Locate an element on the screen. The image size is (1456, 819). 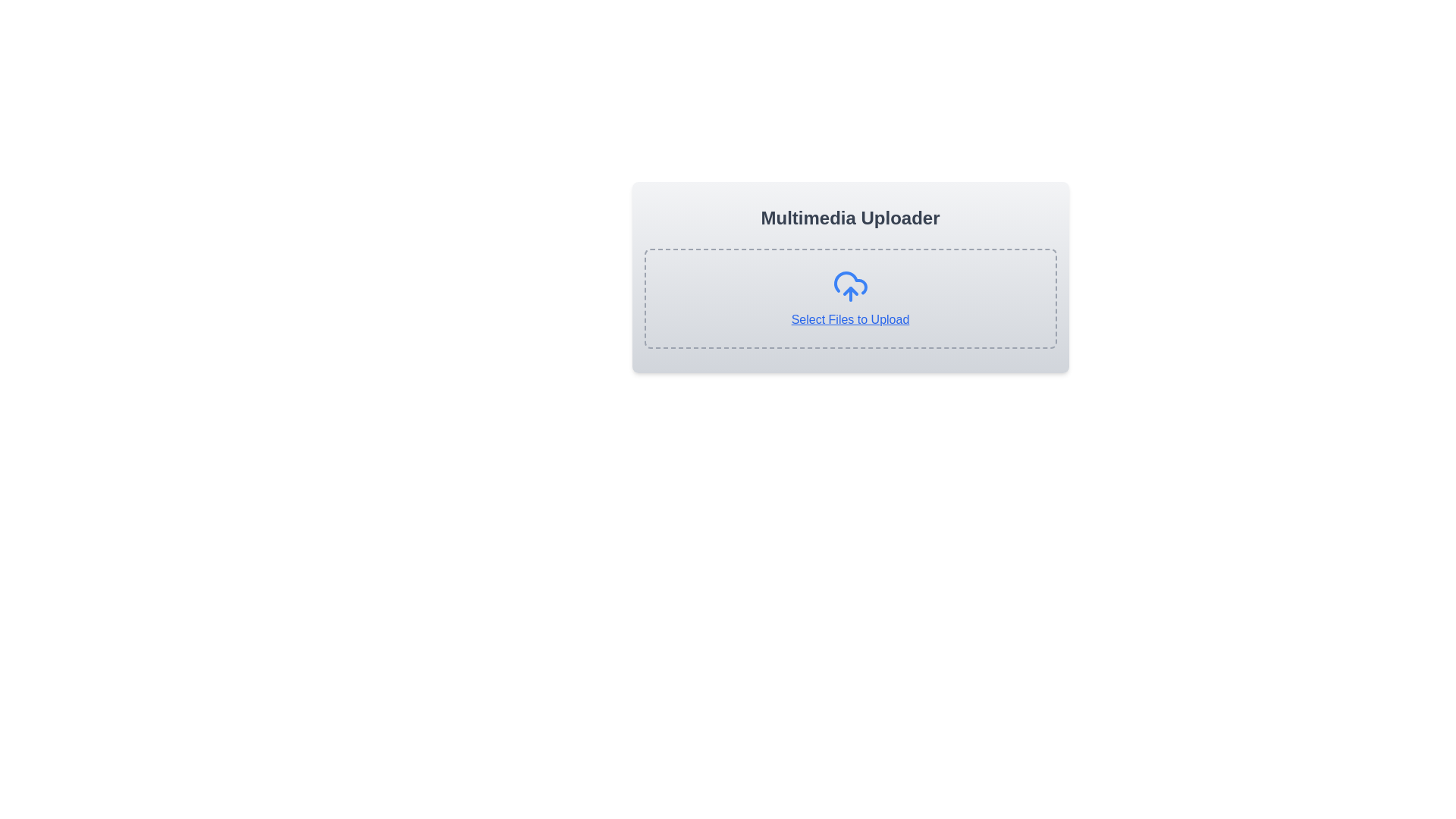
the downward arrow icon inside the cloud icon, which signifies the upload action in the Multimedia Uploader interface is located at coordinates (850, 291).